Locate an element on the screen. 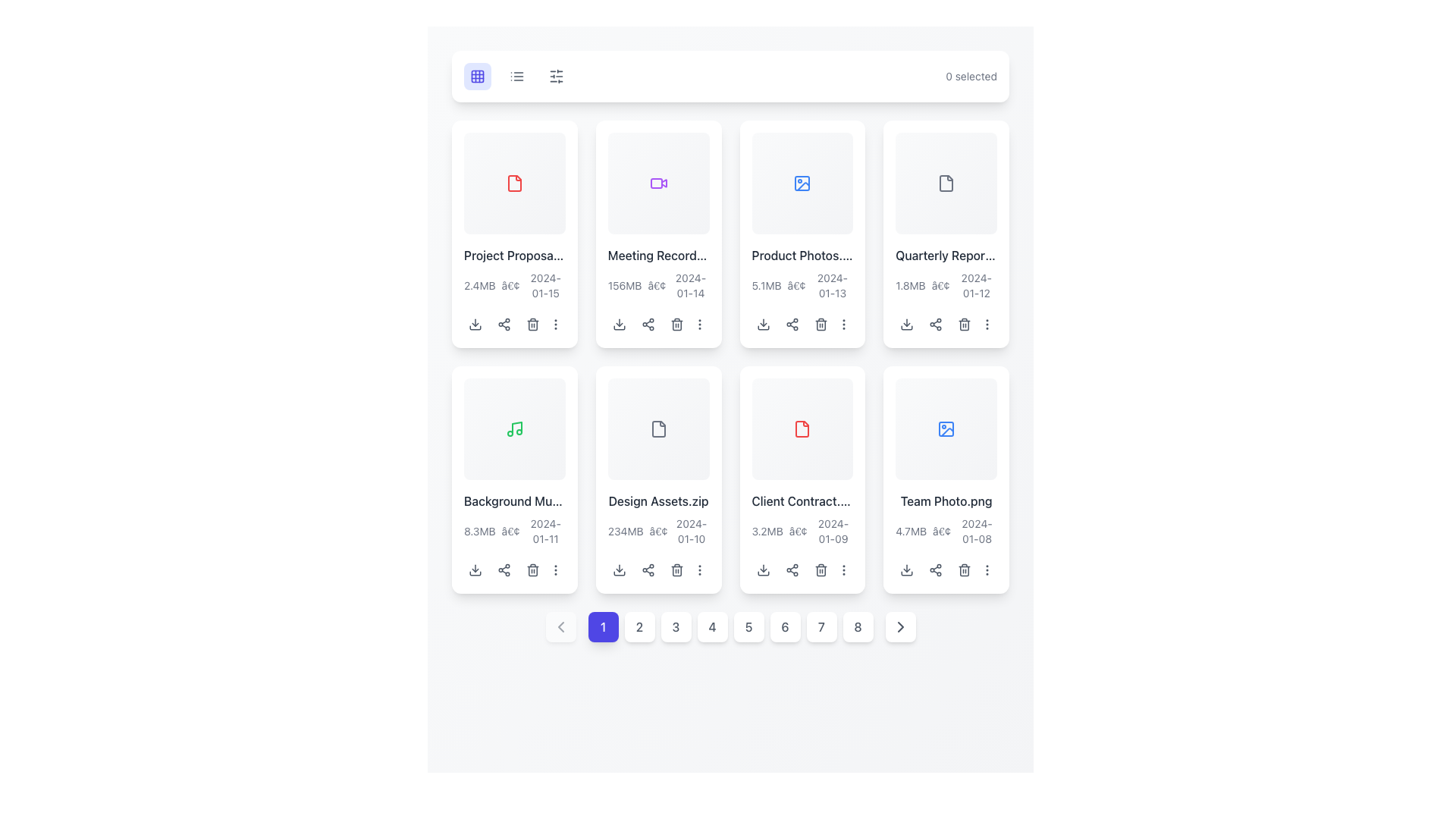  the informational text label displaying the file size and date, which is styled in a smaller gray font and located below the main title of the 'Project Proposal.pdf' card is located at coordinates (514, 285).